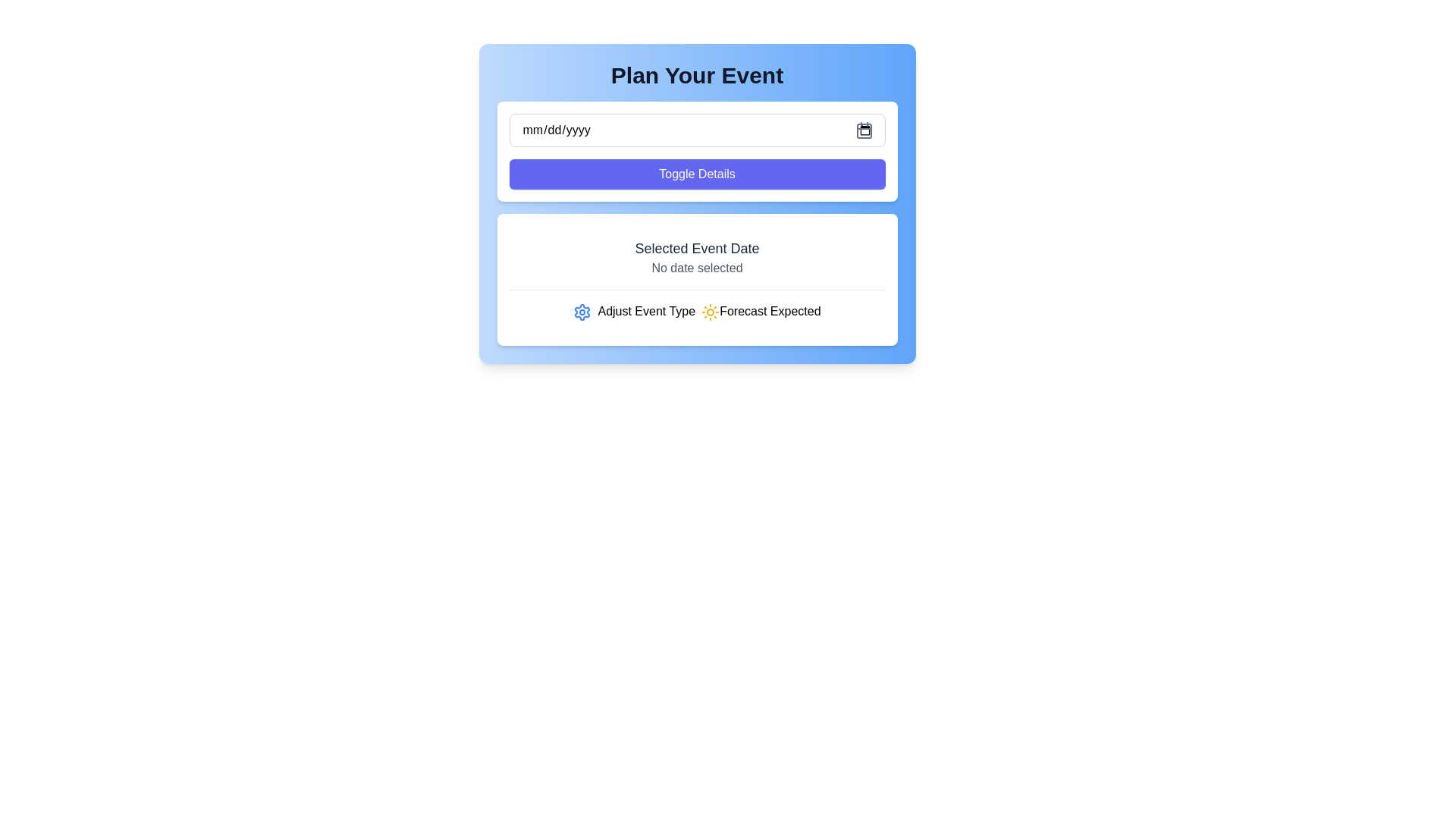 This screenshot has width=1456, height=819. Describe the element at coordinates (709, 311) in the screenshot. I see `the third icon representing 'forecast' or 'sunny weather' within the 'Adjust Event Type Forecast Expected' section, located to the right of the blue gear icon` at that location.